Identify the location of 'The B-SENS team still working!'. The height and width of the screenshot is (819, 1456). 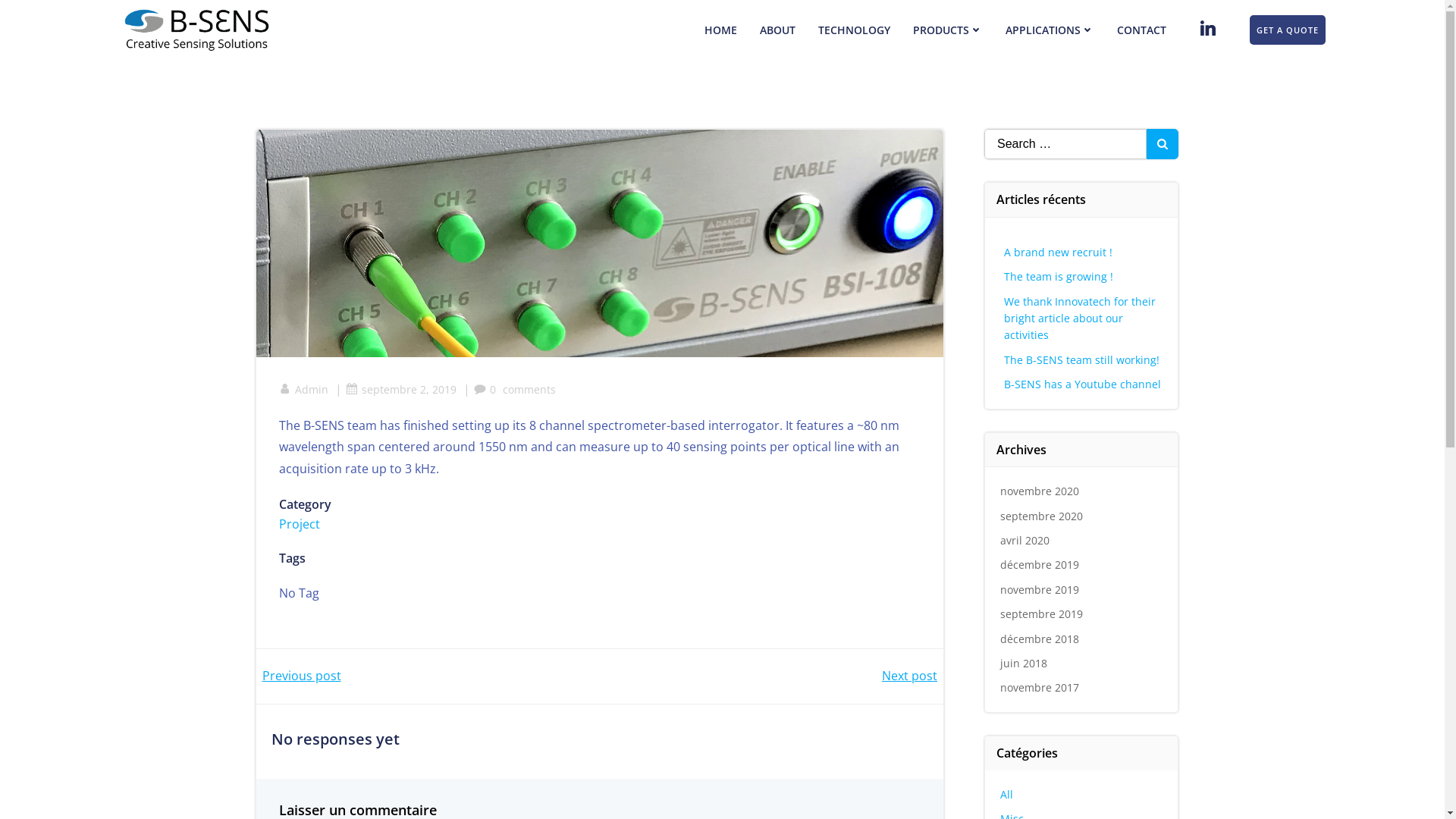
(1004, 359).